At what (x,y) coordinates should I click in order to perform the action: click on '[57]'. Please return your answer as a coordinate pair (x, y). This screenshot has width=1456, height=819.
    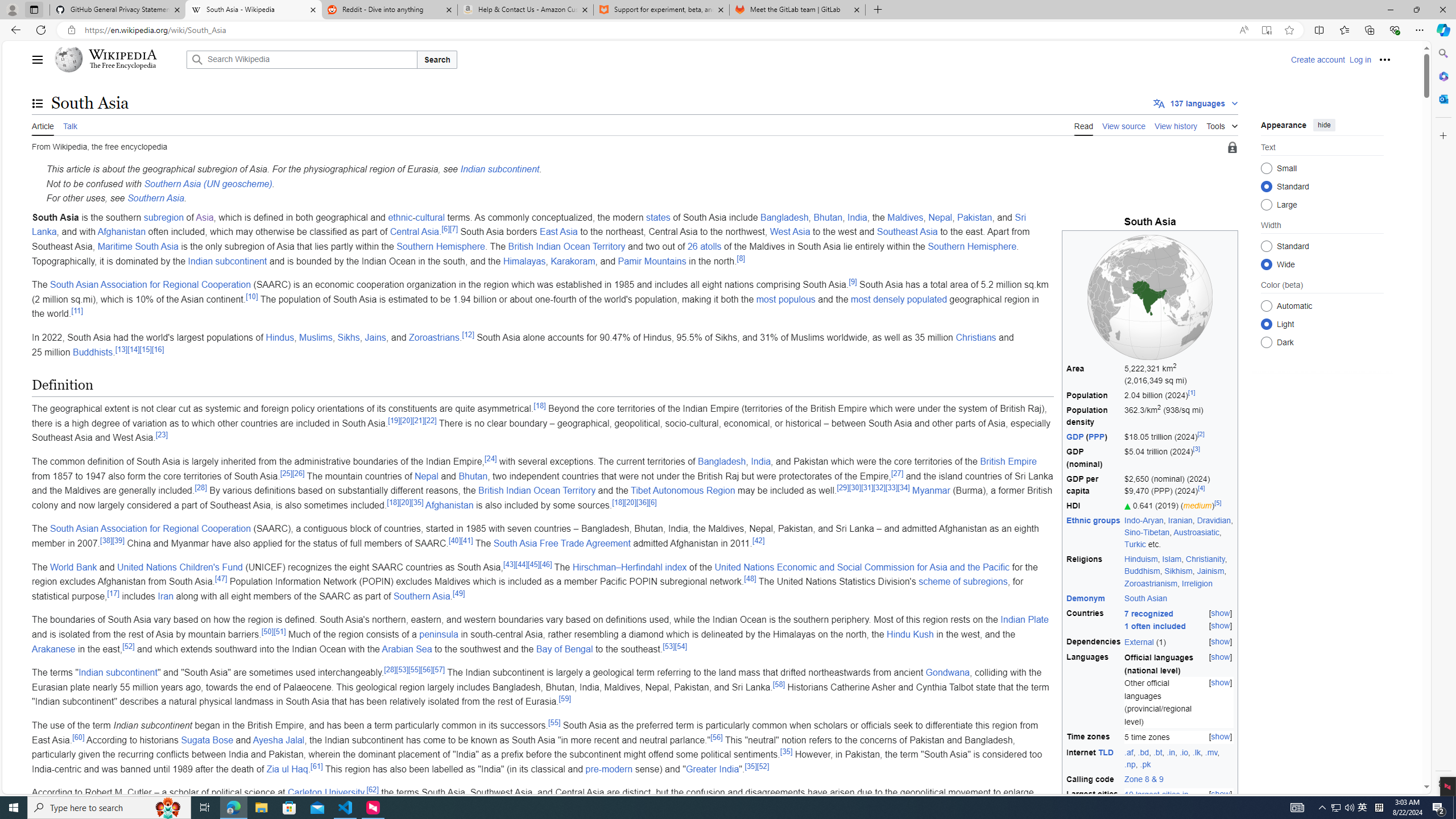
    Looking at the image, I should click on (438, 669).